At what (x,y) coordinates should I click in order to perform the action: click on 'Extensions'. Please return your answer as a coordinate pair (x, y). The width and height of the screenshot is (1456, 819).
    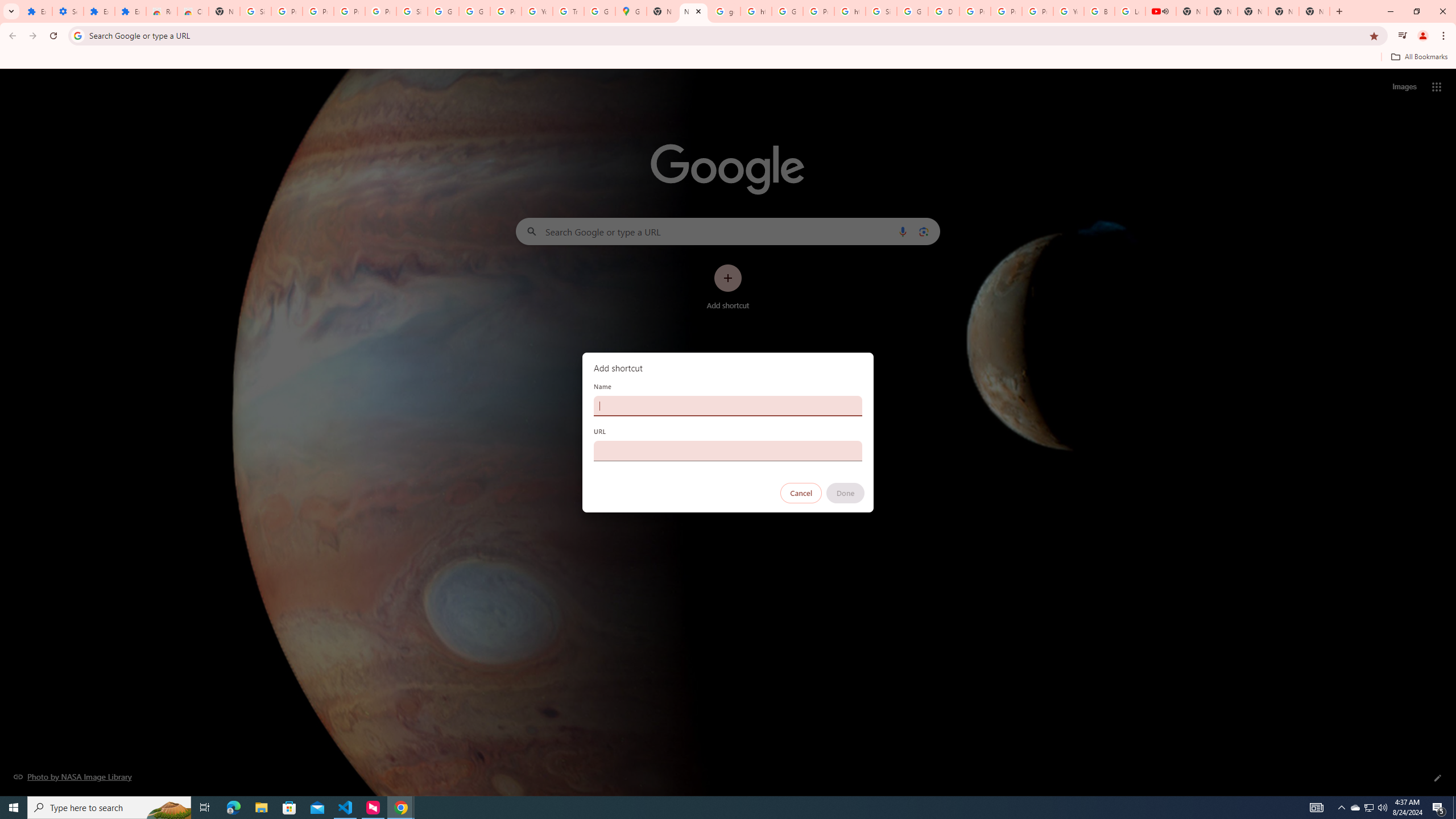
    Looking at the image, I should click on (99, 11).